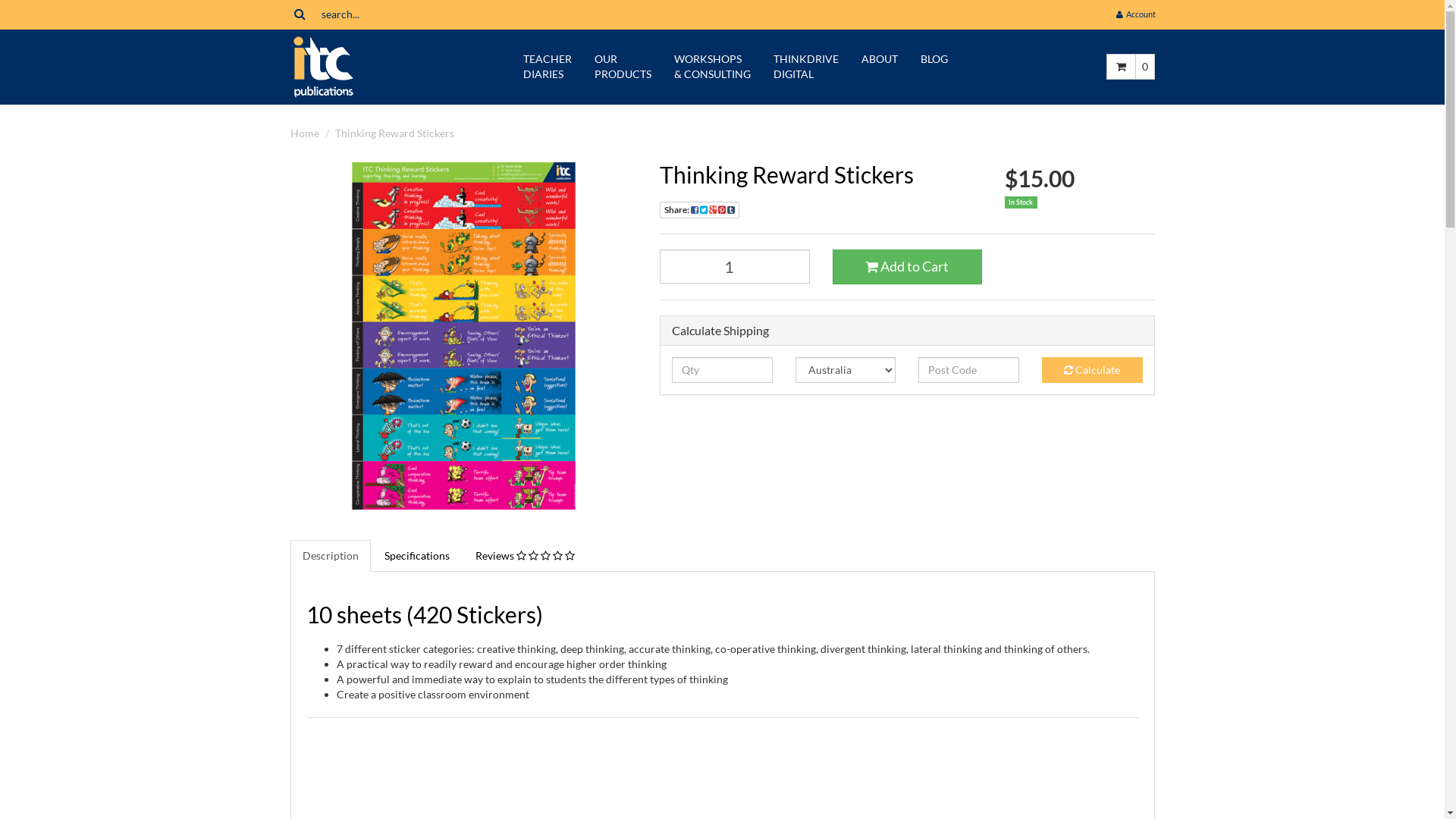 This screenshot has width=1456, height=819. Describe the element at coordinates (1144, 66) in the screenshot. I see `'0'` at that location.